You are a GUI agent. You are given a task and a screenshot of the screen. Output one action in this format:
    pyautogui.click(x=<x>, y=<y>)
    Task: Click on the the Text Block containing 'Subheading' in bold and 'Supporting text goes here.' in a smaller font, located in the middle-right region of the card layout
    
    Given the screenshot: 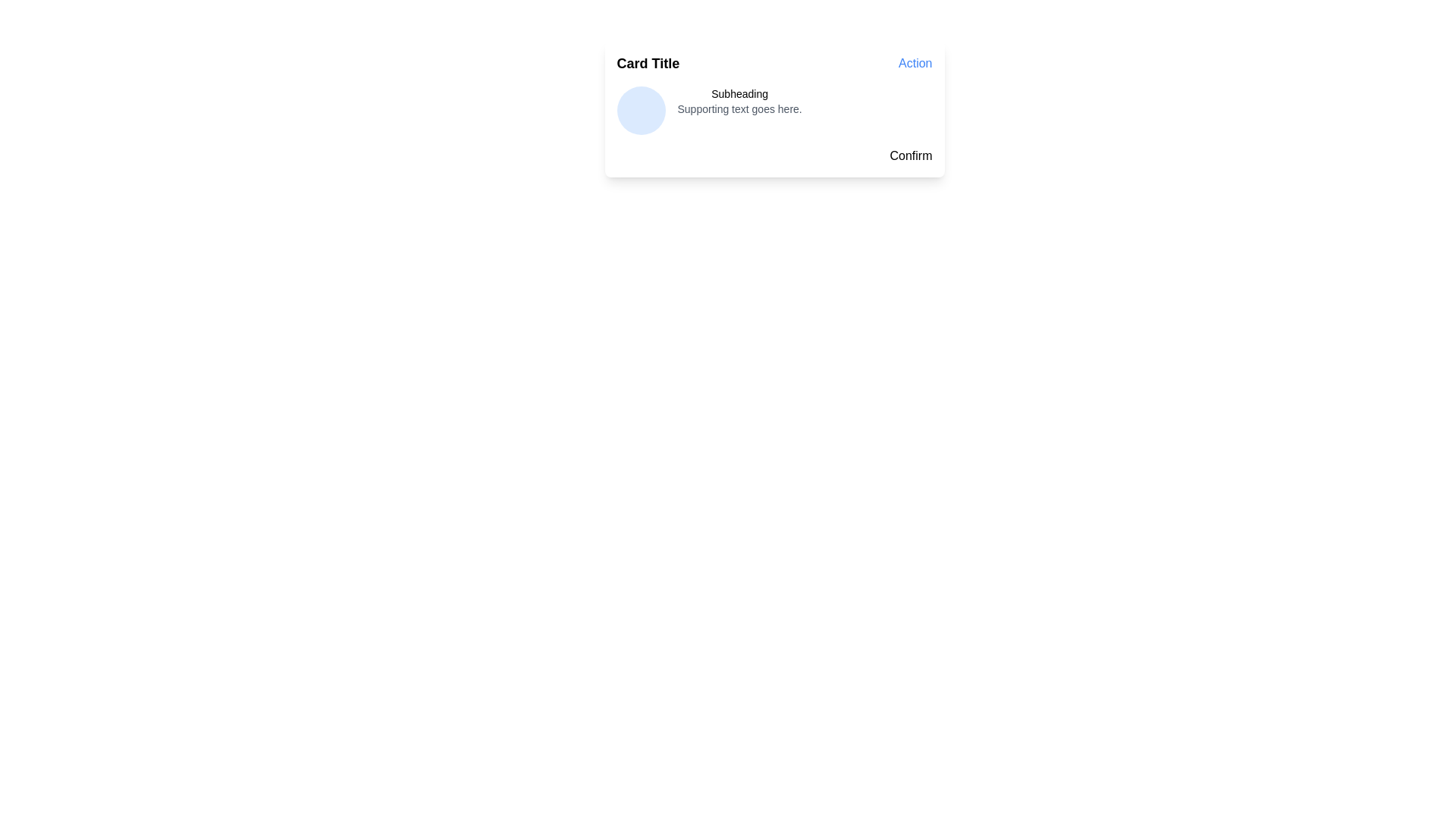 What is the action you would take?
    pyautogui.click(x=739, y=110)
    